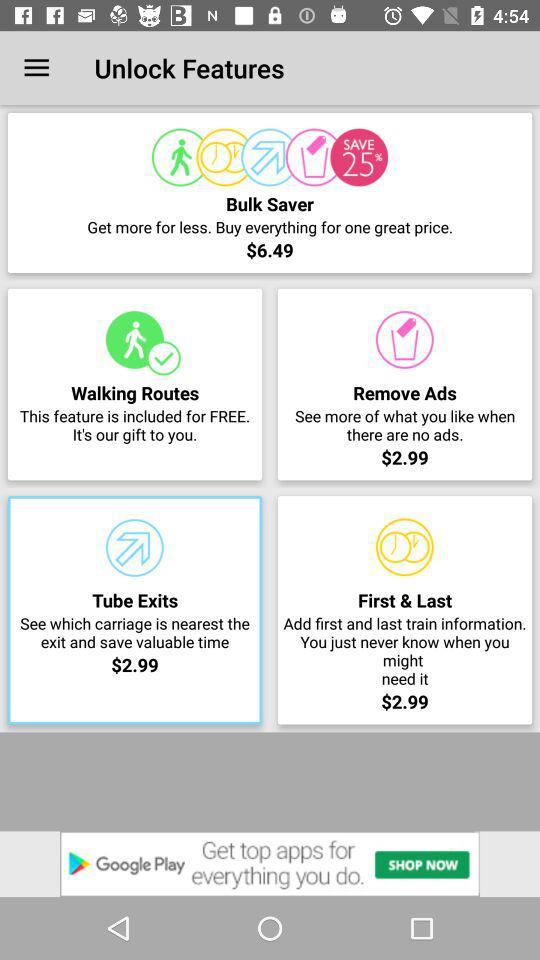  Describe the element at coordinates (36, 68) in the screenshot. I see `icon at the top left corner` at that location.